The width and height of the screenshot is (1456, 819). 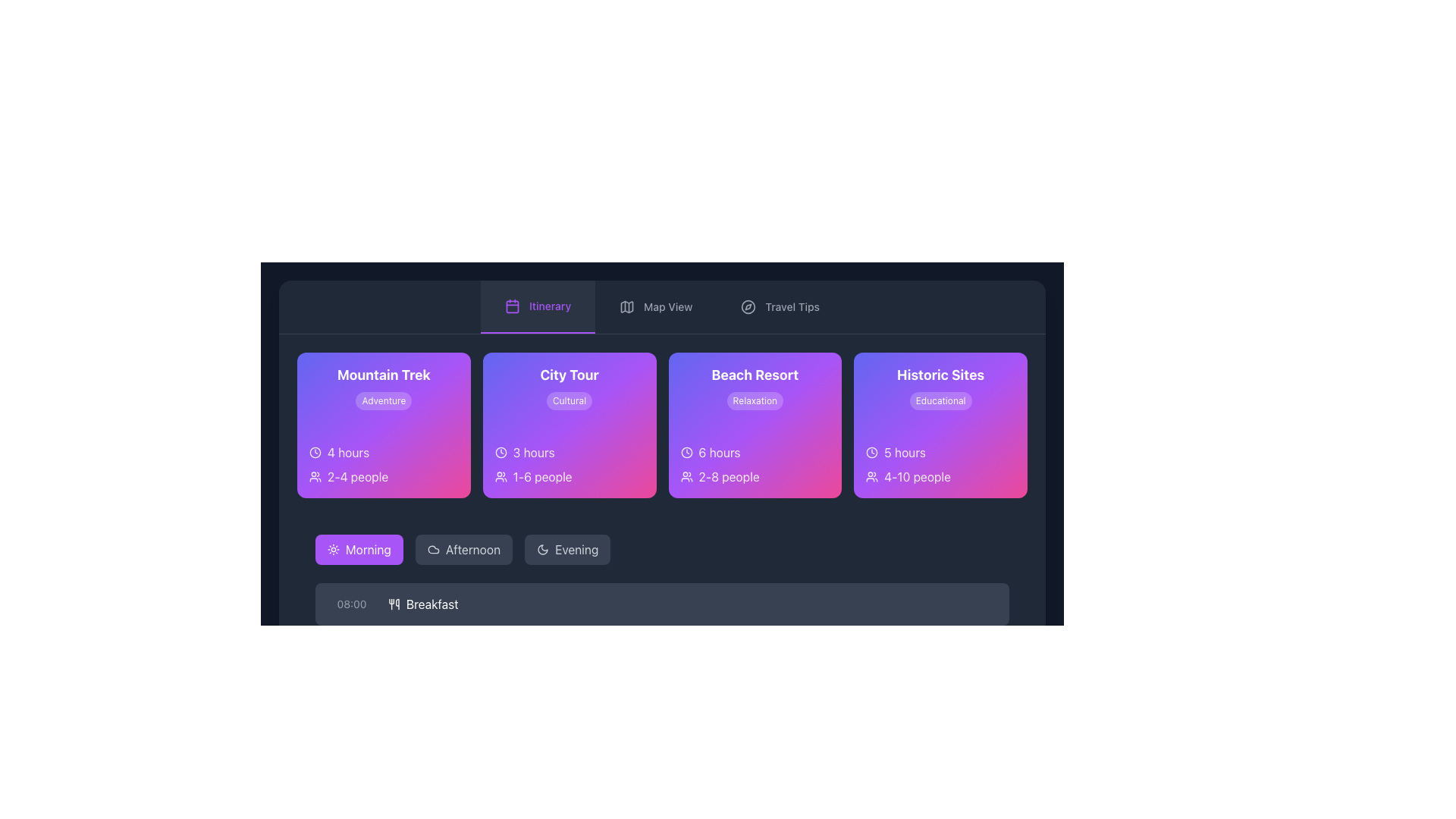 What do you see at coordinates (792, 307) in the screenshot?
I see `the 'Travel Tips' text label in the navigation menu` at bounding box center [792, 307].